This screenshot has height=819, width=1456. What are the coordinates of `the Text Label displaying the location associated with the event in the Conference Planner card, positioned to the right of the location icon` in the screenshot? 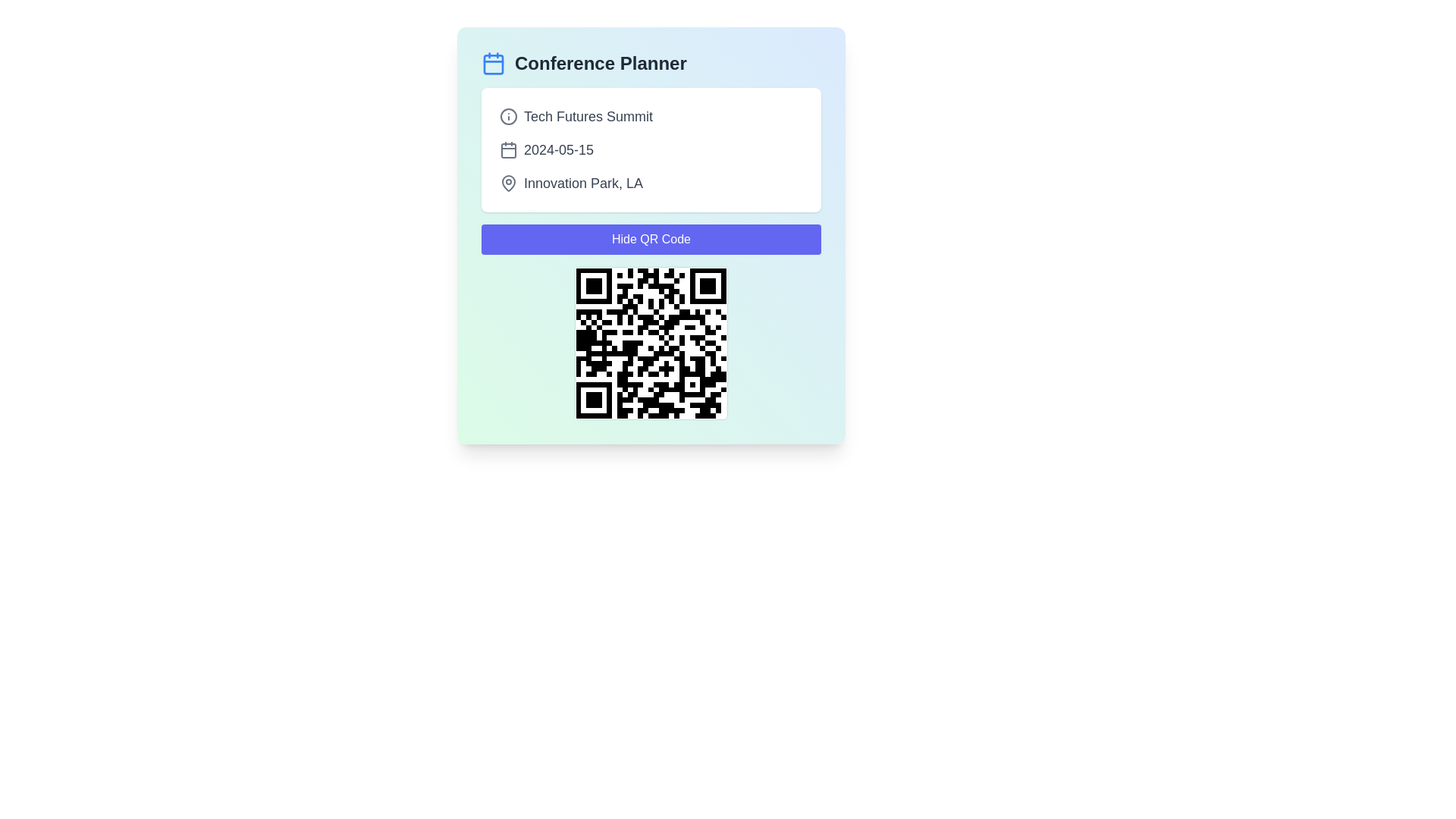 It's located at (582, 183).